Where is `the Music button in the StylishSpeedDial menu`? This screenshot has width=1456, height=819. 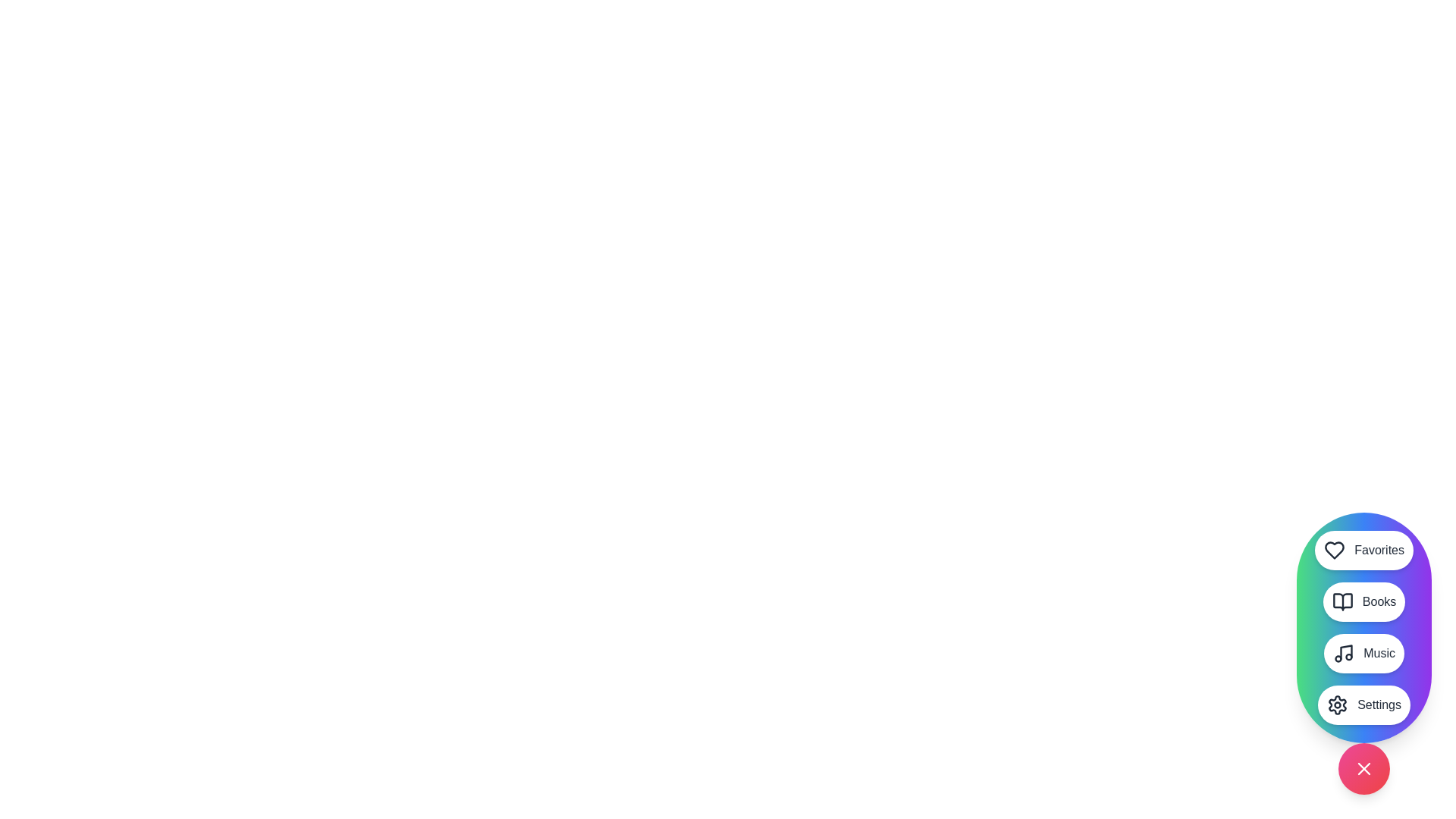 the Music button in the StylishSpeedDial menu is located at coordinates (1364, 652).